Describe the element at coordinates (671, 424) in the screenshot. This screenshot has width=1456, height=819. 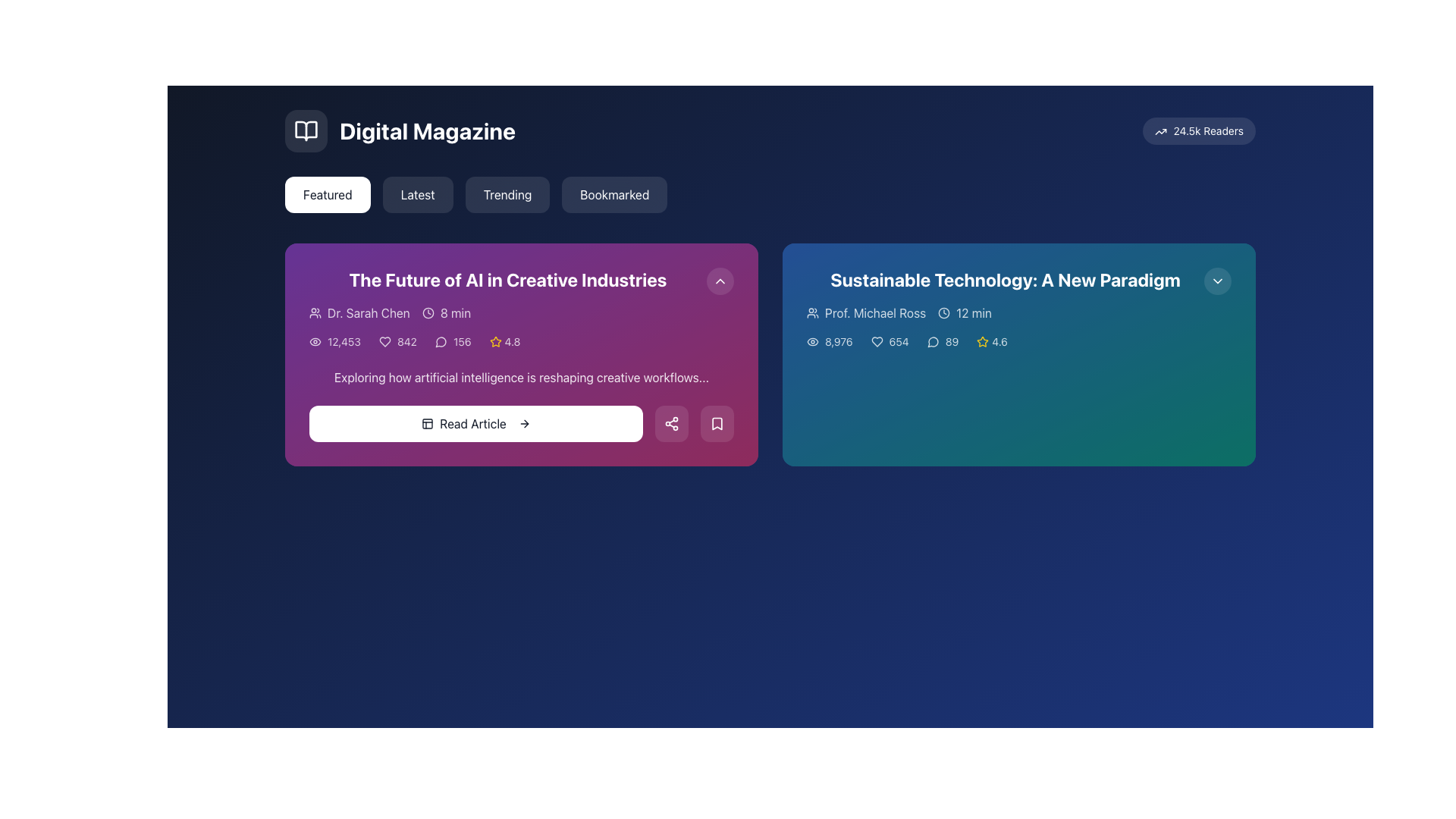
I see `the square-shaped button with a purple gradient background and a white node-link icon, located at the bottom-right corner of the card labeled 'The Future of AI in Creative Industries'` at that location.